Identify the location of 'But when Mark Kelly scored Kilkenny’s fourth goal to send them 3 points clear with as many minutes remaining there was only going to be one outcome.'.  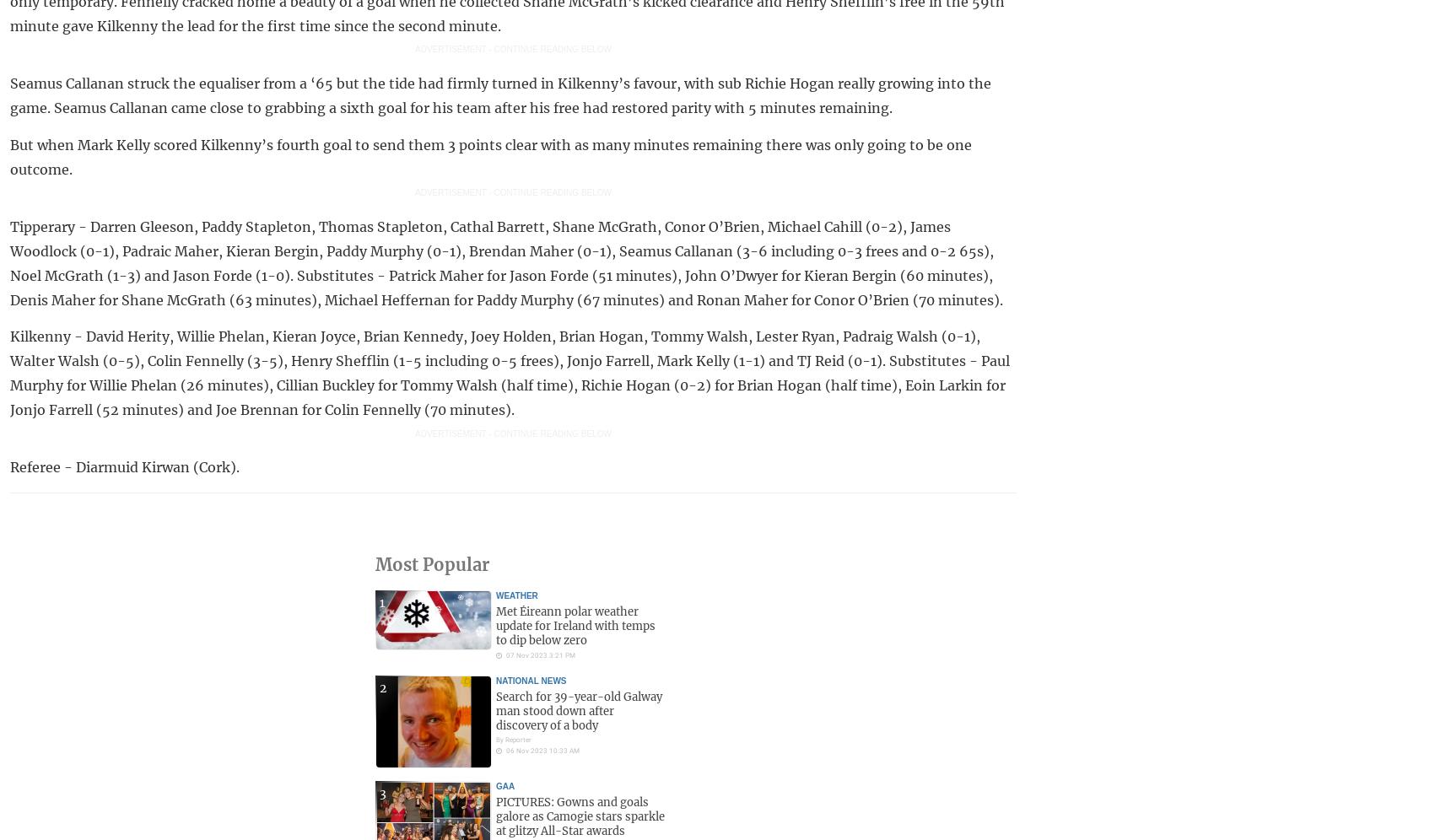
(491, 156).